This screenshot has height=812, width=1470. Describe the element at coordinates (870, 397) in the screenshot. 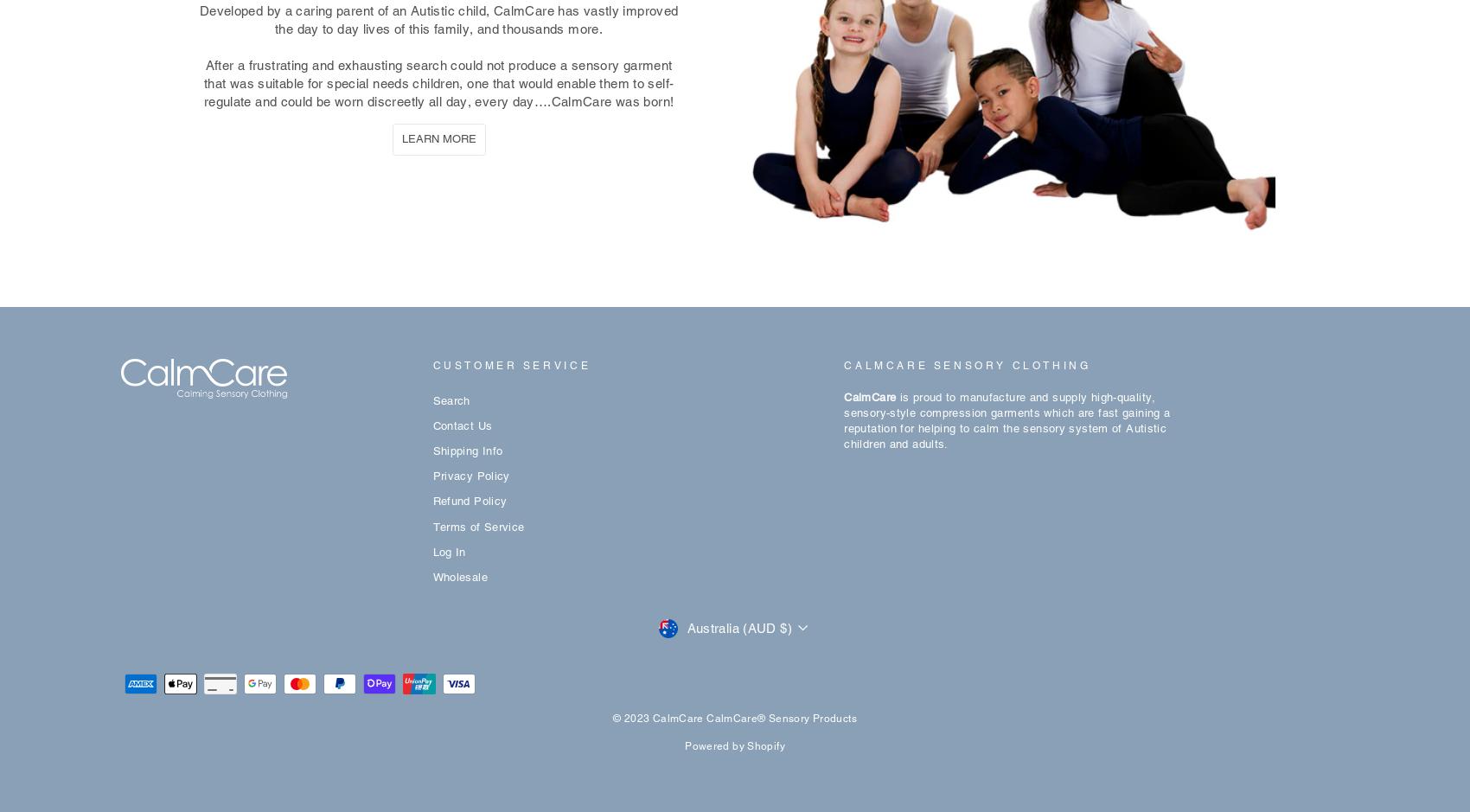

I see `'CalmCare'` at that location.